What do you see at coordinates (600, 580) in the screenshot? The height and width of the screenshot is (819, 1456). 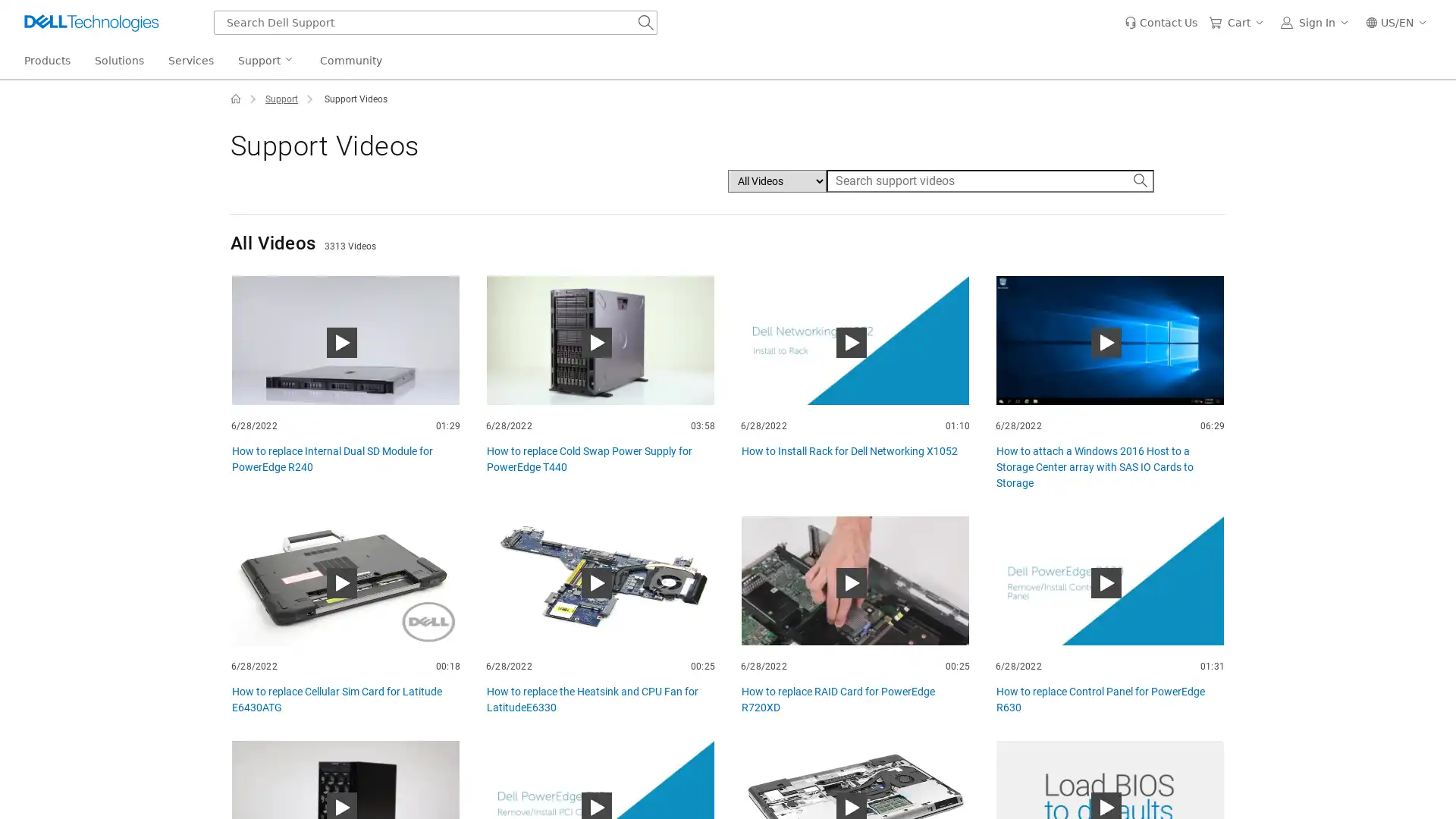 I see `How to replace the Heatsink and CPU Fan for LatitudeE6330 Play` at bounding box center [600, 580].